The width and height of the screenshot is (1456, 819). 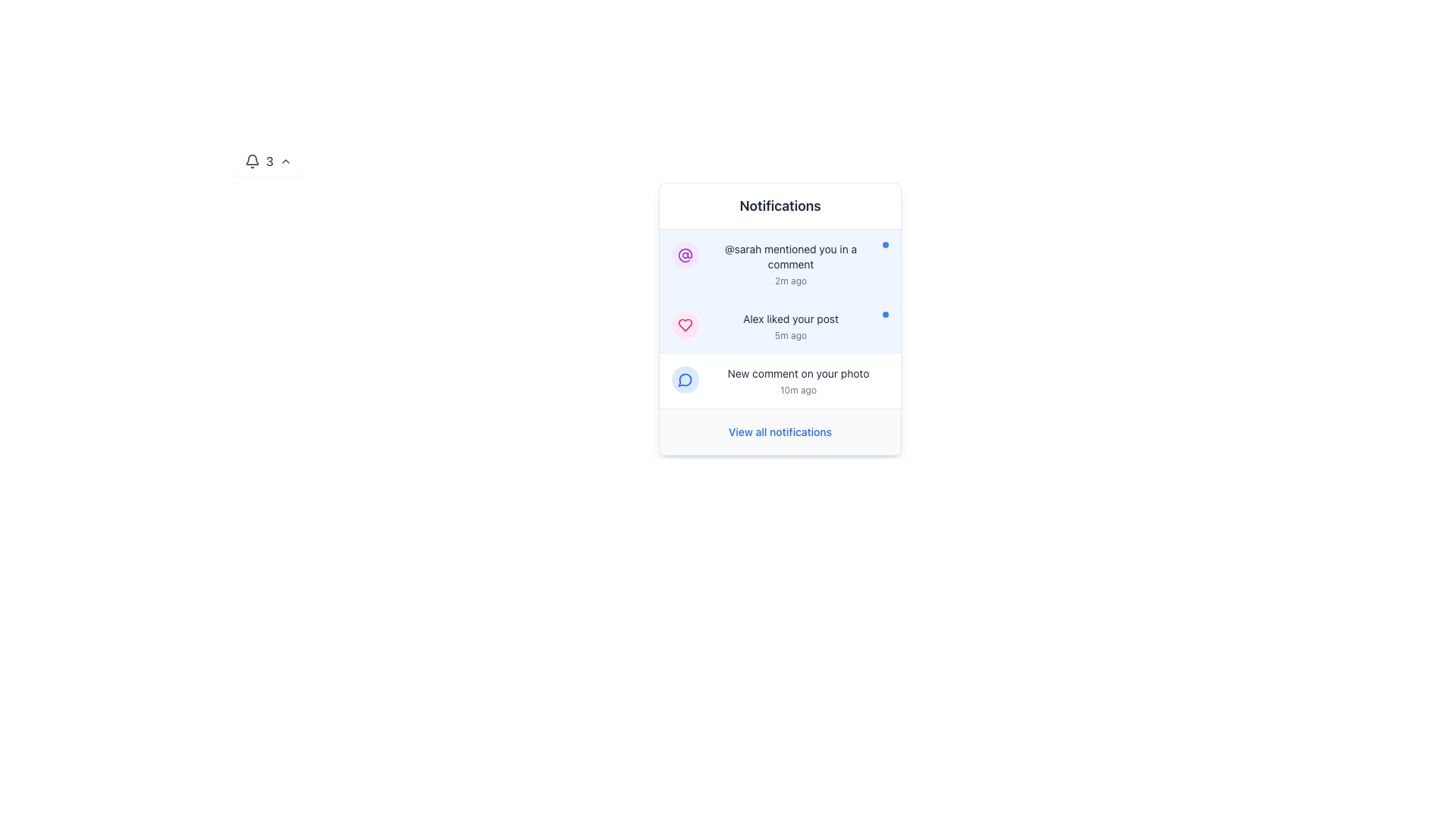 What do you see at coordinates (780, 206) in the screenshot?
I see `the 'Notifications' header text which is styled in bold and larger size at the top center of the notification panel` at bounding box center [780, 206].